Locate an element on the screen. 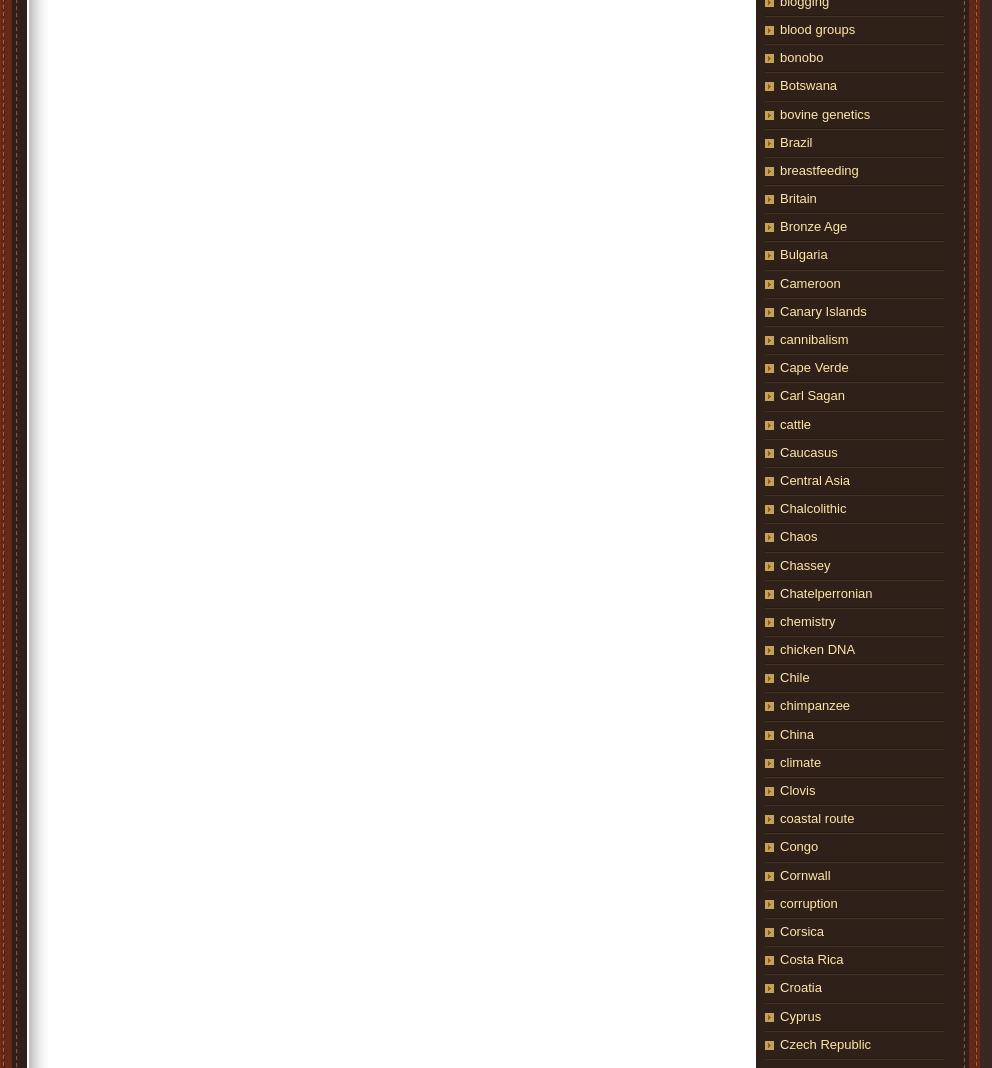  'bovine genetics' is located at coordinates (825, 112).